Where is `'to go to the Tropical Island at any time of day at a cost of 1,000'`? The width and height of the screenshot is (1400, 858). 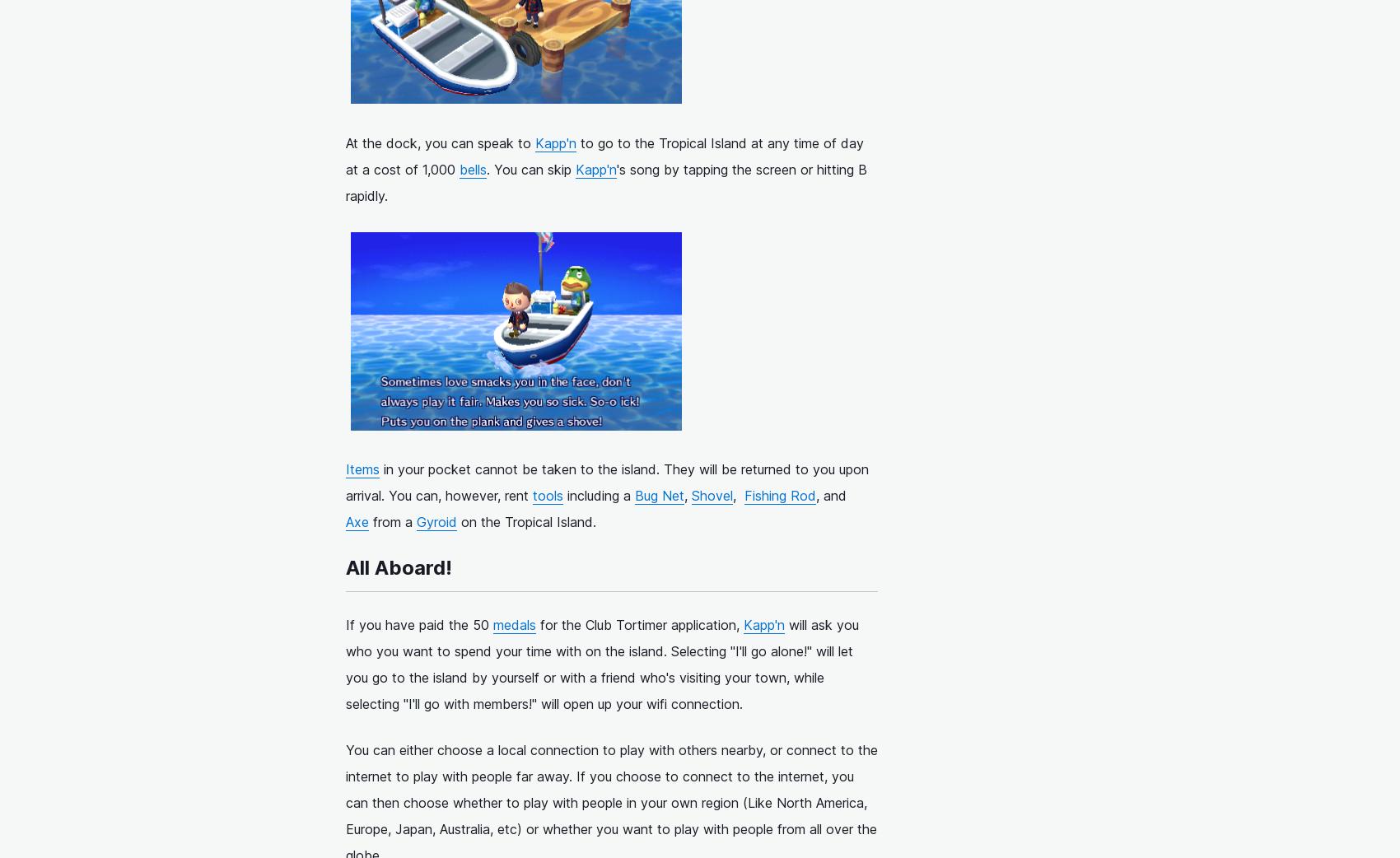 'to go to the Tropical Island at any time of day at a cost of 1,000' is located at coordinates (604, 155).